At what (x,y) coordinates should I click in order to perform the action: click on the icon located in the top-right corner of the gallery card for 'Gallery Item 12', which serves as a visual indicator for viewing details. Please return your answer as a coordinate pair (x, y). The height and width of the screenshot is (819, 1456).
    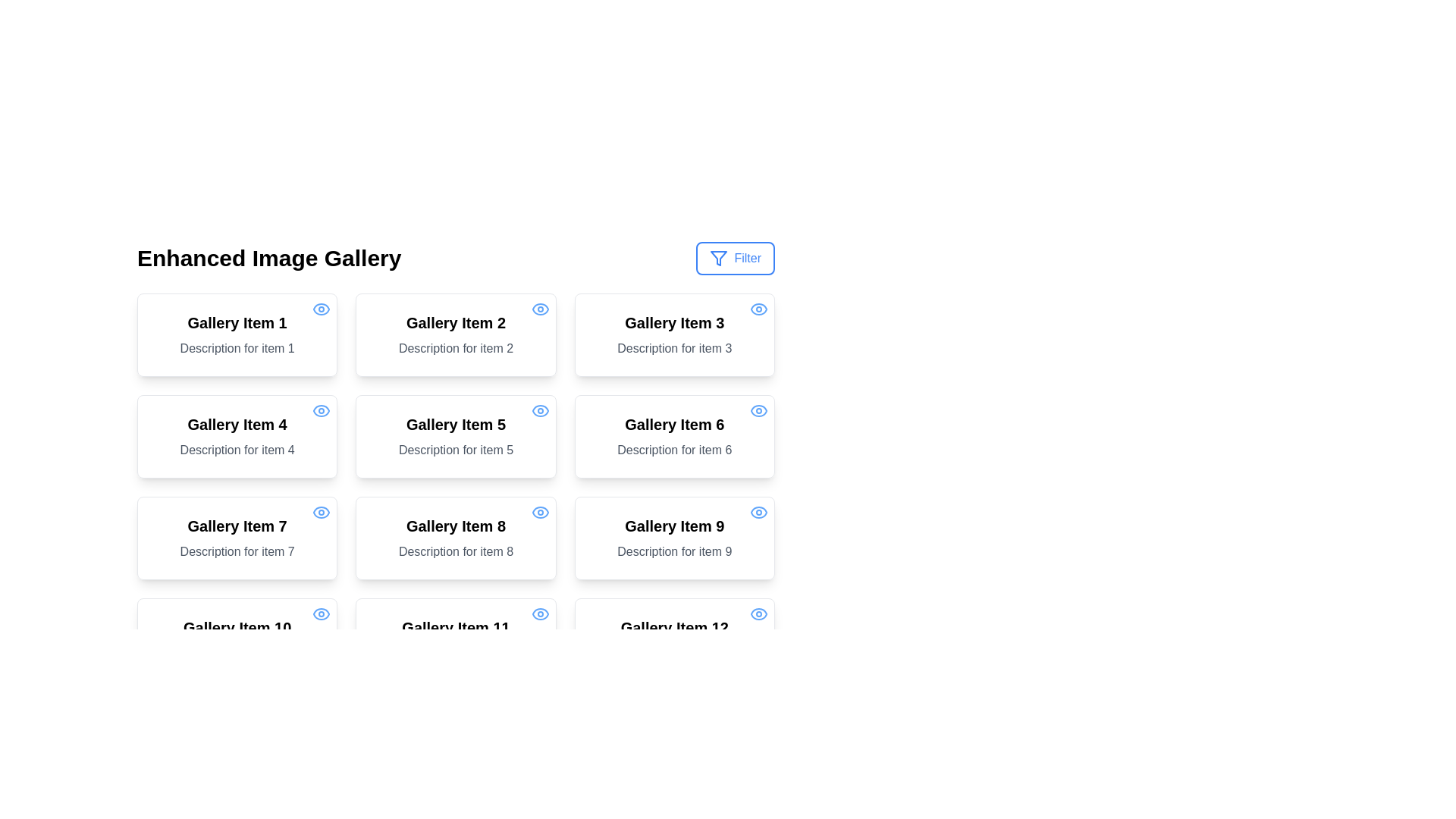
    Looking at the image, I should click on (759, 614).